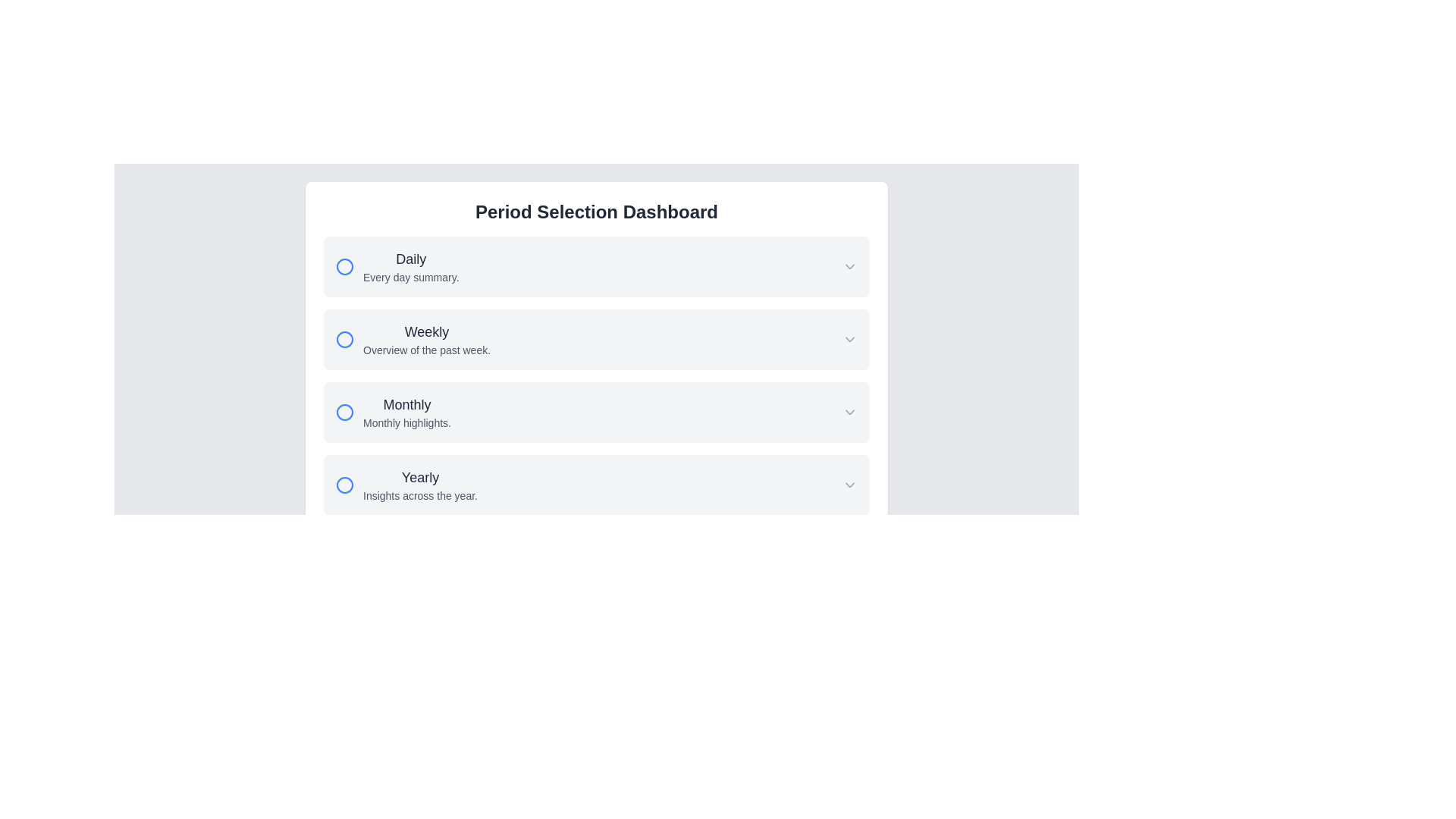 The width and height of the screenshot is (1456, 819). Describe the element at coordinates (850, 265) in the screenshot. I see `the dropdown indicator icon located at the extreme right of the 'Daily' option` at that location.